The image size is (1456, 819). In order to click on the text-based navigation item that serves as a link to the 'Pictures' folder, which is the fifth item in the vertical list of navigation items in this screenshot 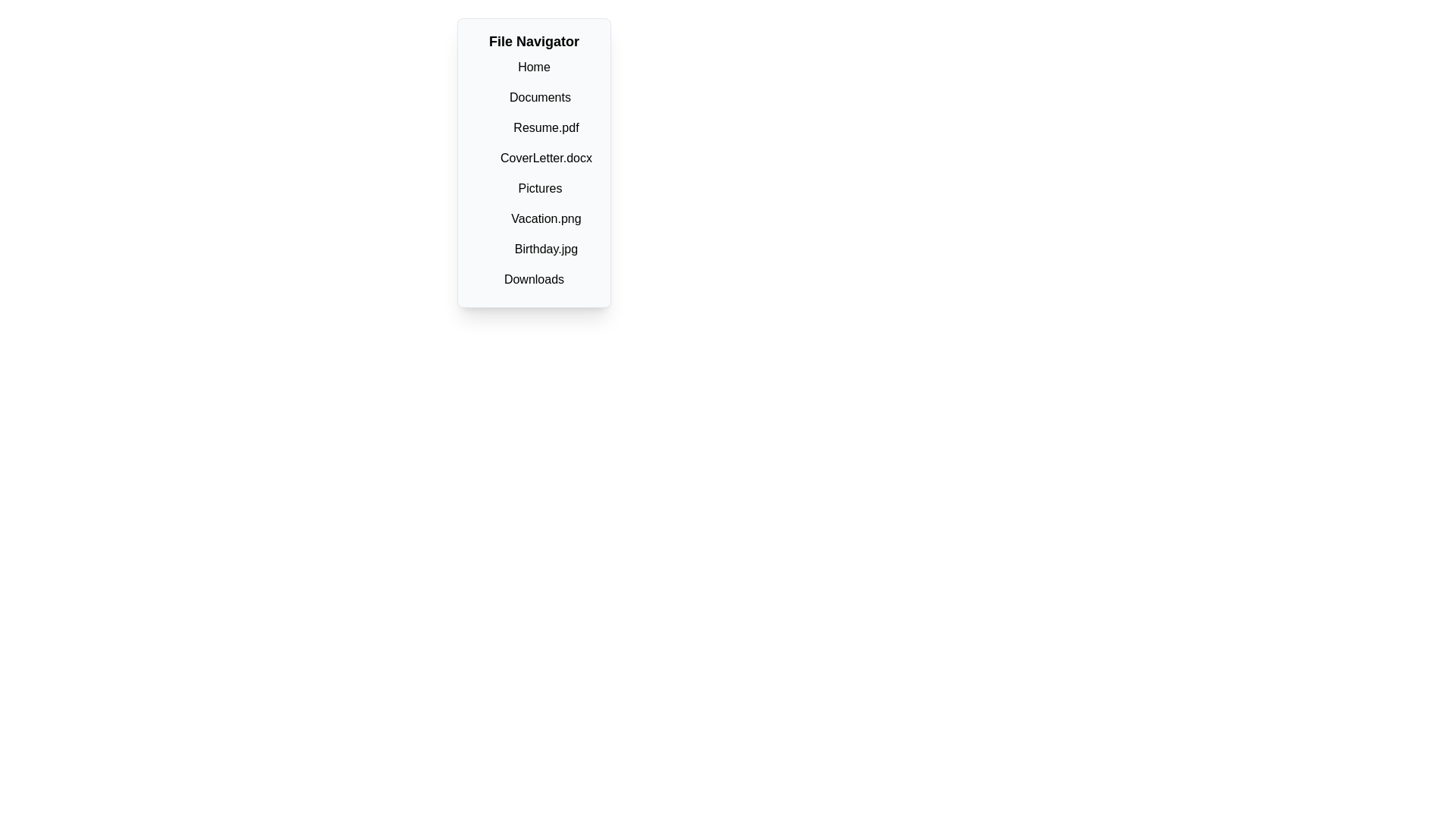, I will do `click(540, 188)`.